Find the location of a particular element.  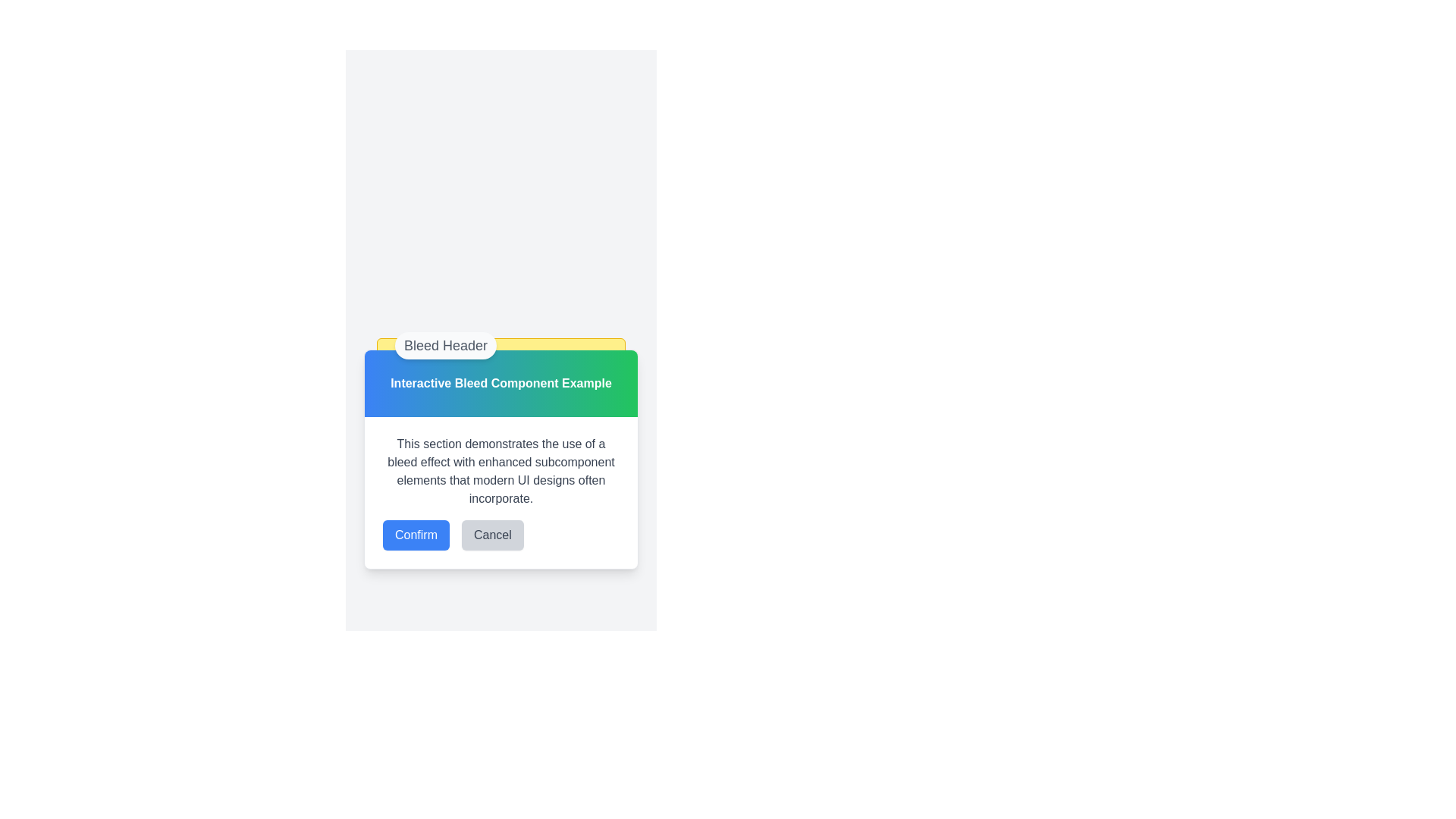

the 'Cancel' button, which is a small rectangular button with a gray background and dark gray text, located to the right of the 'Confirm' button is located at coordinates (501, 534).